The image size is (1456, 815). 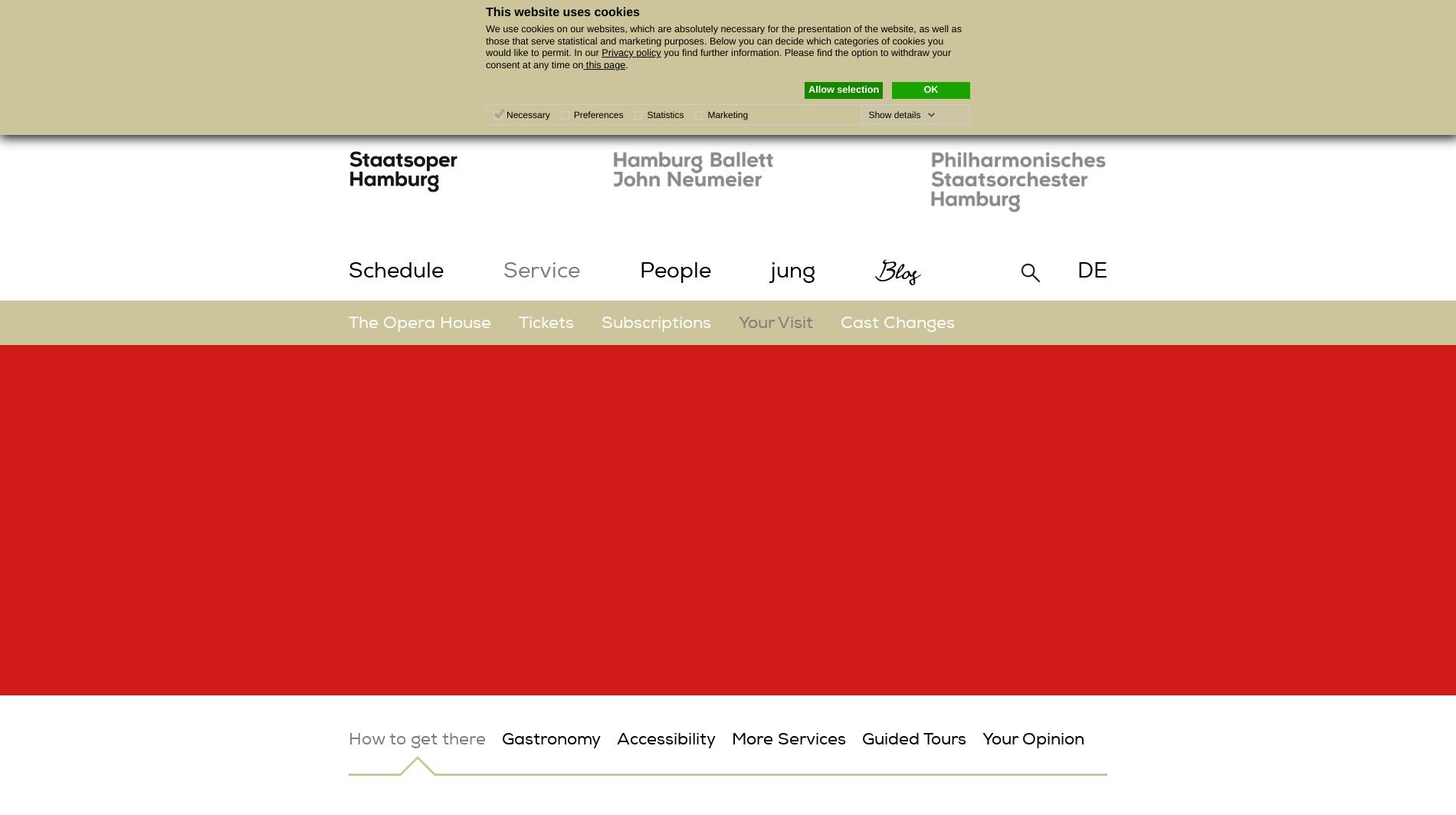 I want to click on 'Schedule', so click(x=395, y=271).